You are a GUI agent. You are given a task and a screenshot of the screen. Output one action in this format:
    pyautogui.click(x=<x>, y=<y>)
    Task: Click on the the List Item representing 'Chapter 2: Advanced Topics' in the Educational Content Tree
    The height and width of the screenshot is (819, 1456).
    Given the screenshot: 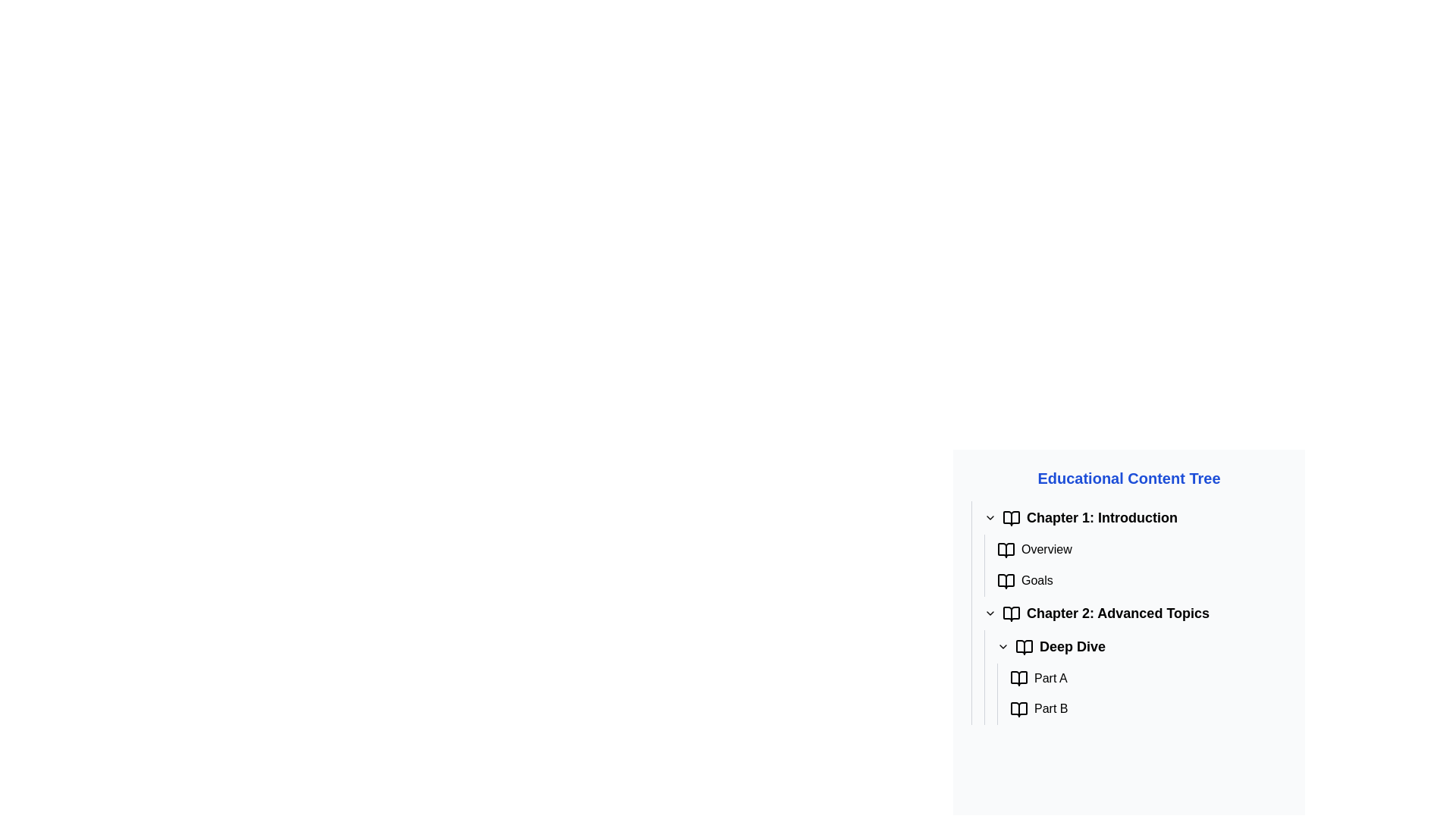 What is the action you would take?
    pyautogui.click(x=1135, y=612)
    